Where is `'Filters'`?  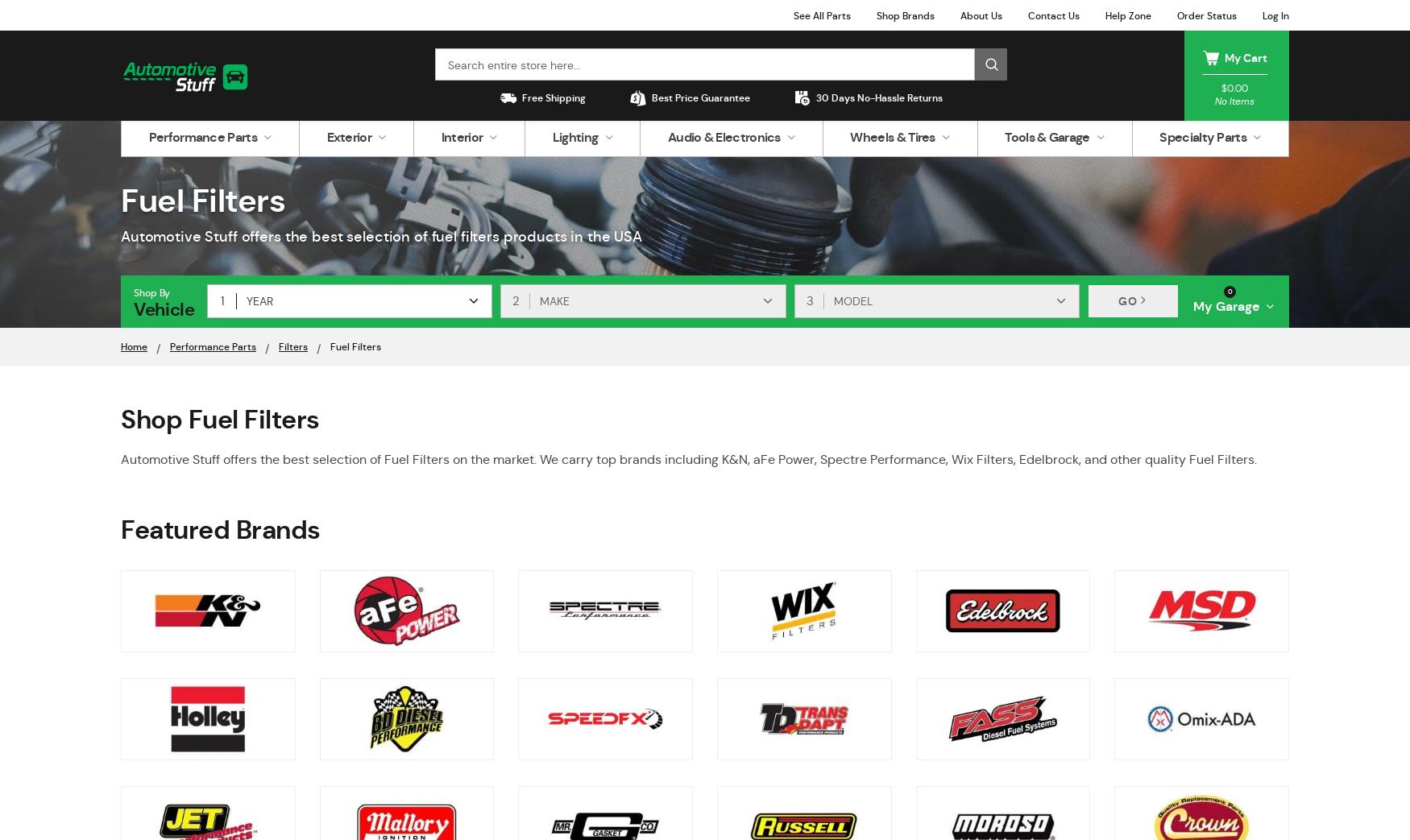 'Filters' is located at coordinates (293, 346).